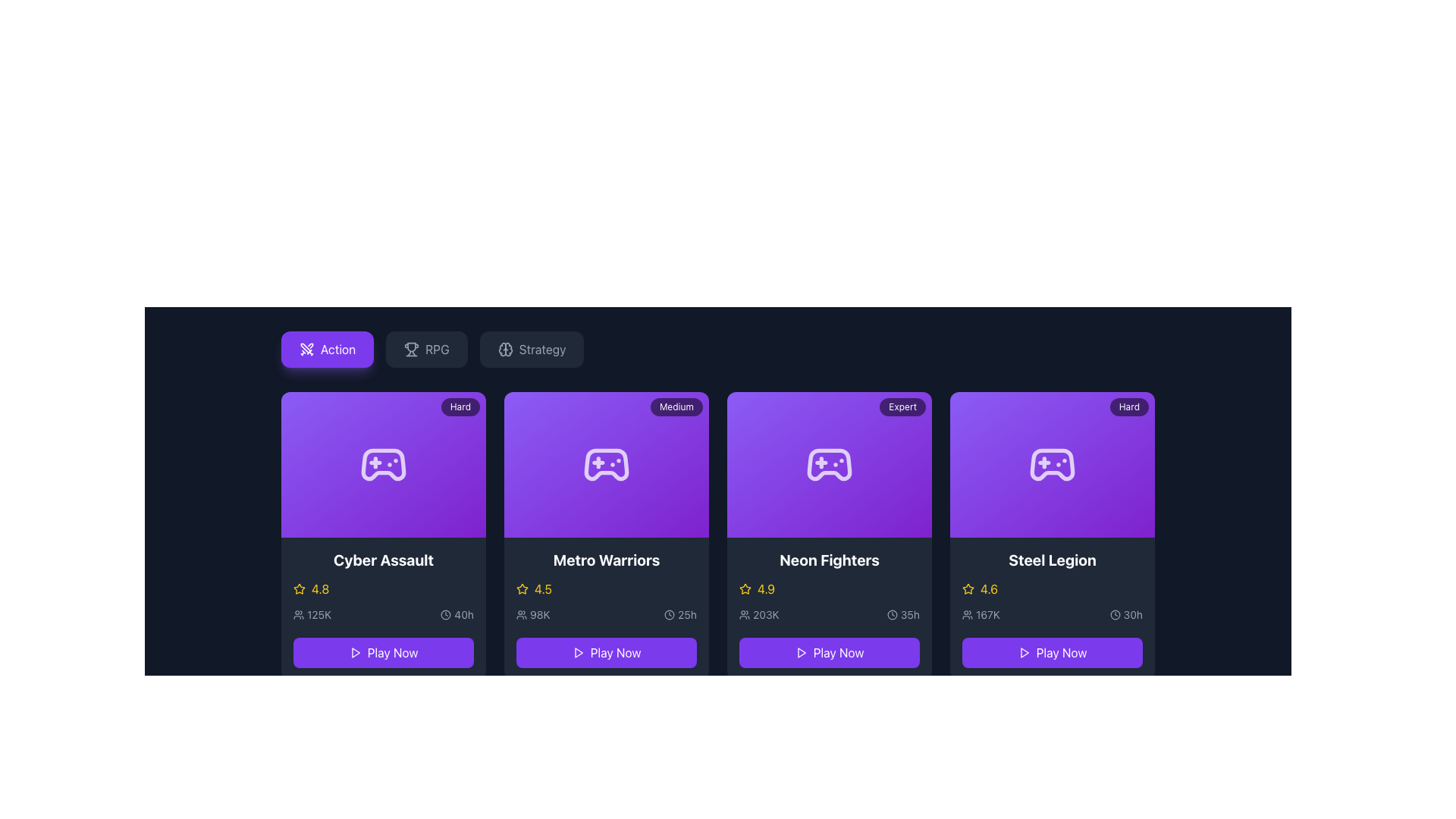  What do you see at coordinates (521, 614) in the screenshot?
I see `the user count icon located to the immediate left of the text '98K' in the second card from the left` at bounding box center [521, 614].